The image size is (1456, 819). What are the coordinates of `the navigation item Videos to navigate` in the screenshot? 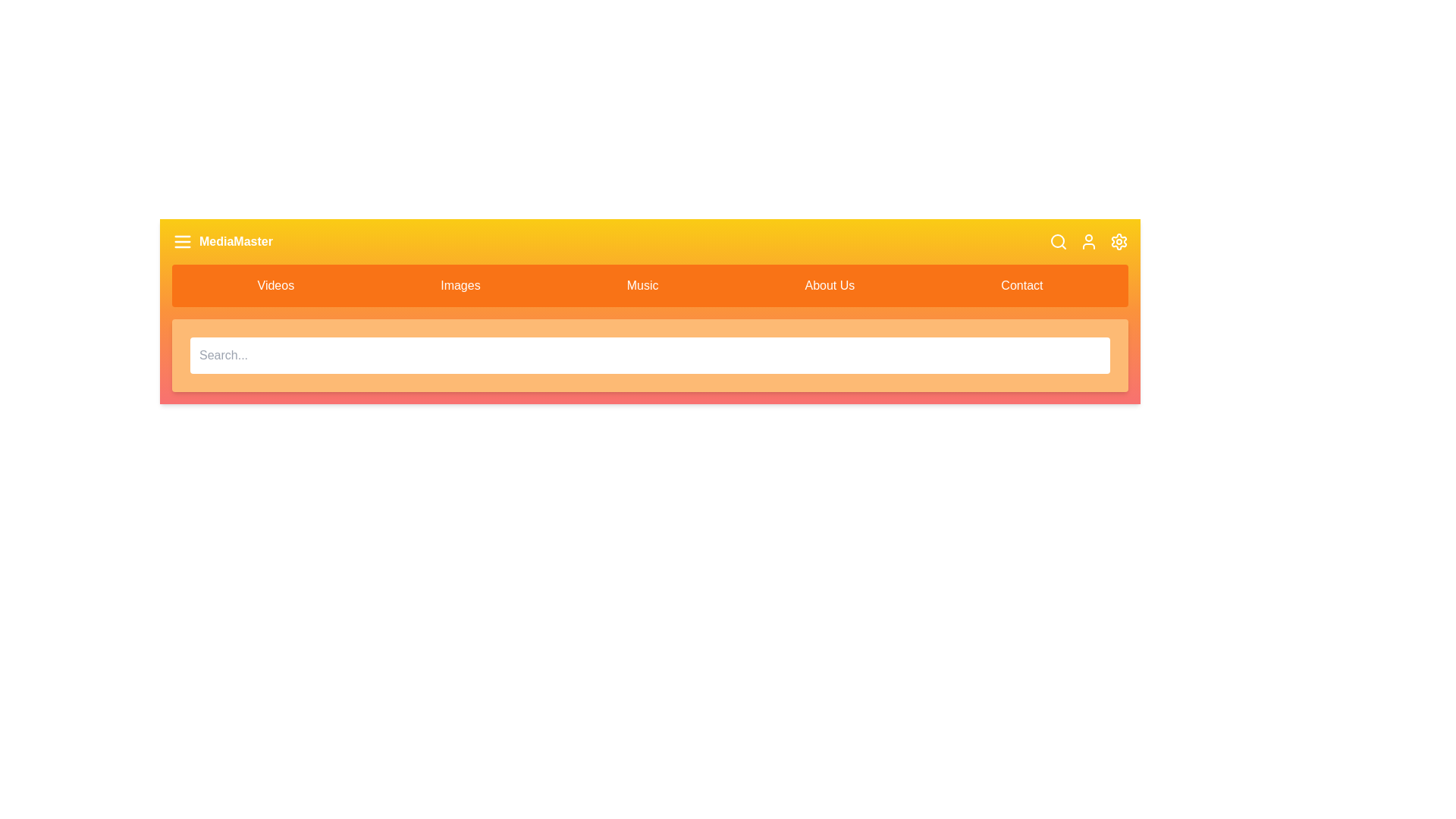 It's located at (275, 286).